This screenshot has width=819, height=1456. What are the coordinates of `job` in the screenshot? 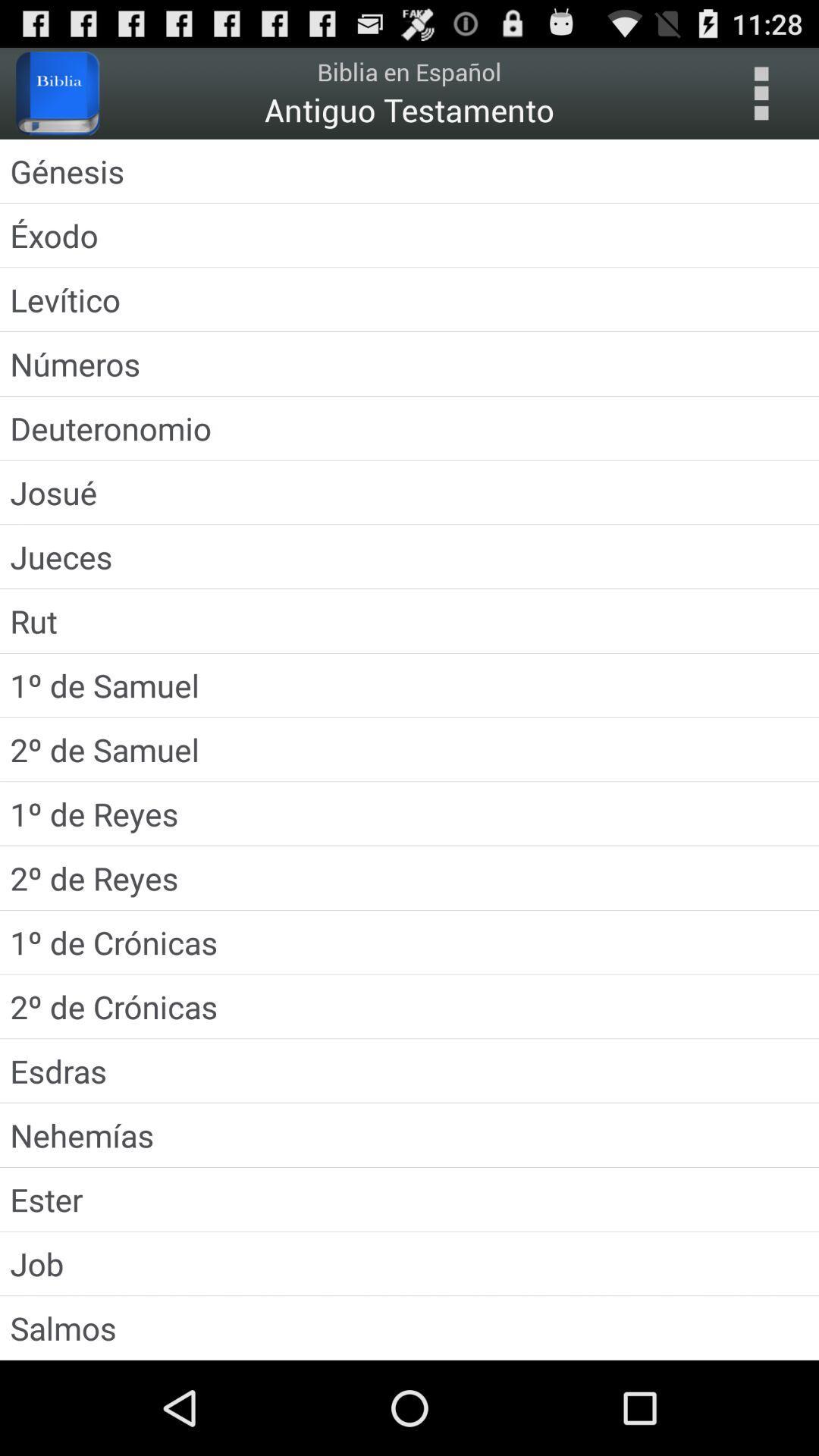 It's located at (409, 1263).